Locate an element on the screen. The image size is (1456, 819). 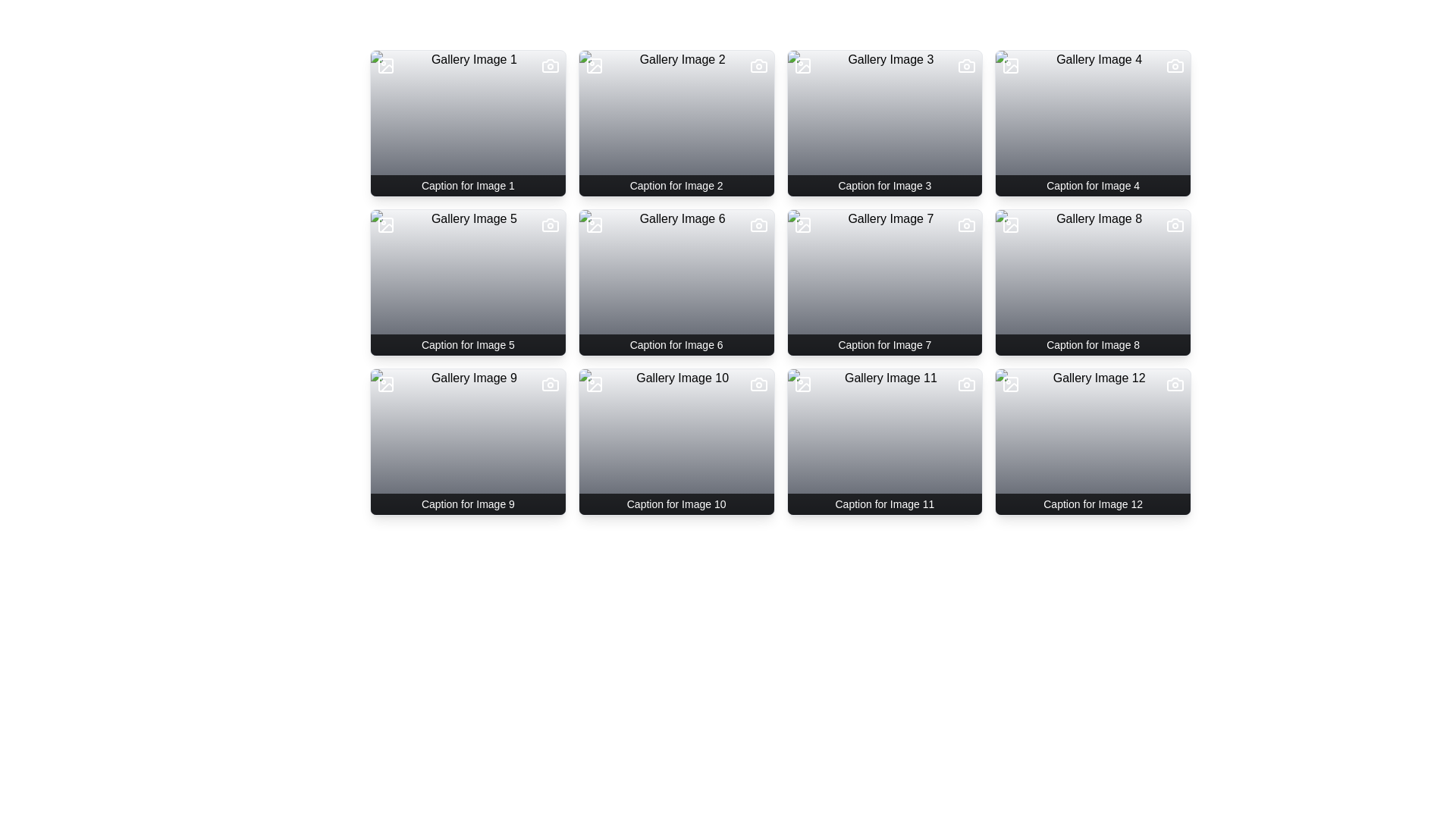
the icon located in the upper-left corner of the third image in a 4x3 grid layout, adjacent to the text 'Gallery Image 3' is located at coordinates (803, 69).